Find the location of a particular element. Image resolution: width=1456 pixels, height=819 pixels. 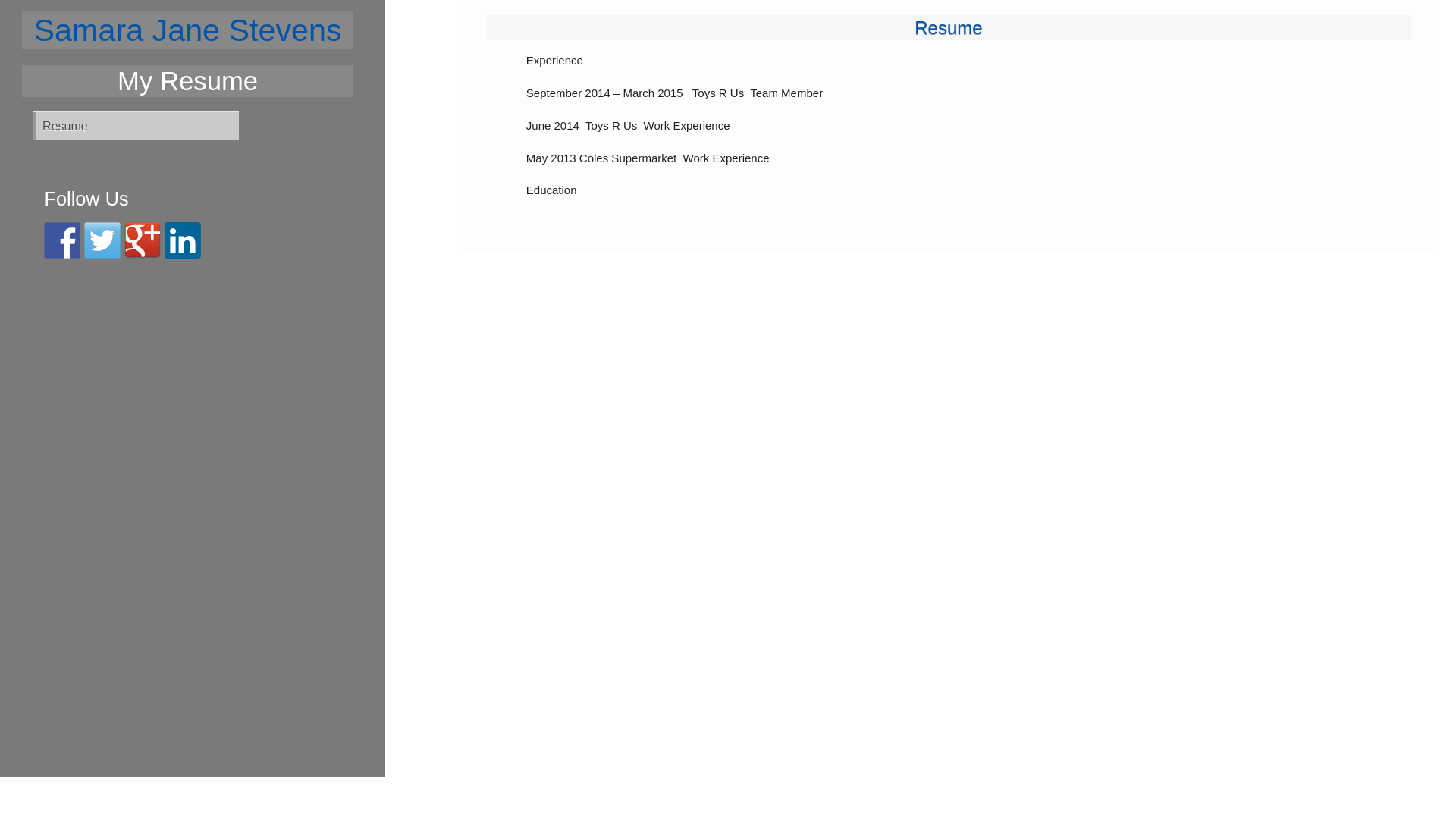

'Samara Jane Stevens' is located at coordinates (187, 30).